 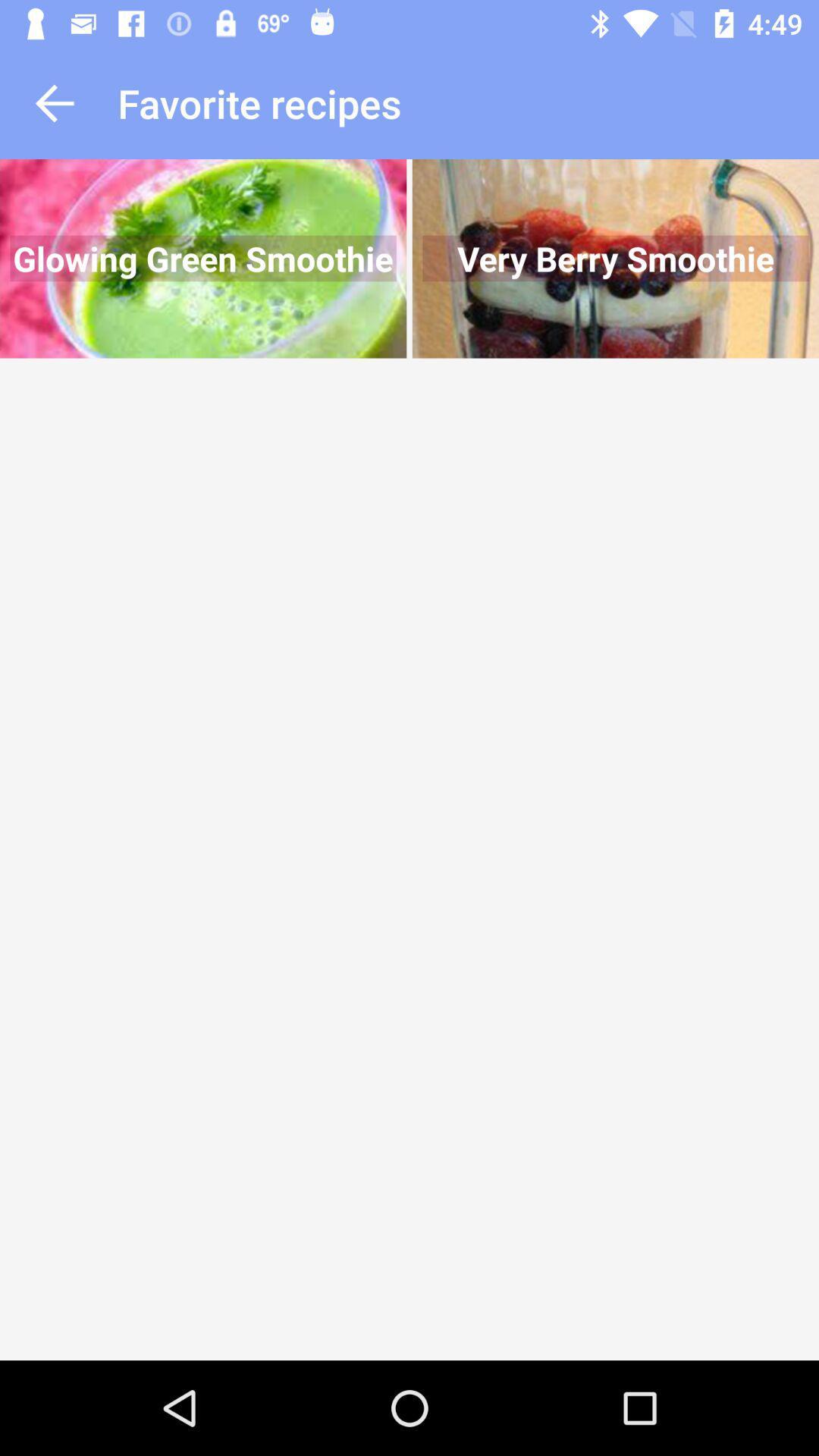 I want to click on item to the left of favorite recipes item, so click(x=54, y=102).